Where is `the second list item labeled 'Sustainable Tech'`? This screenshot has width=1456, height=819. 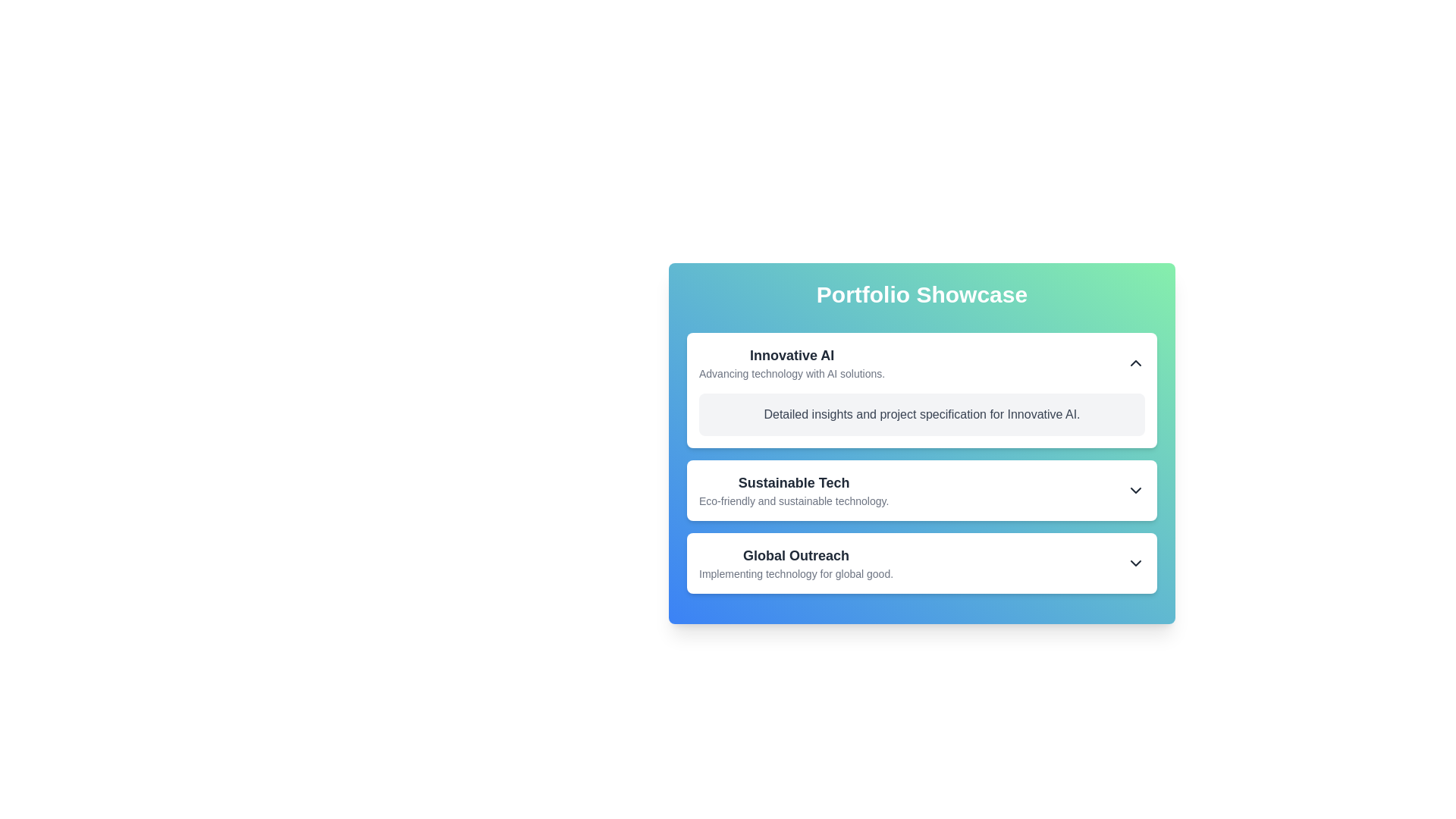
the second list item labeled 'Sustainable Tech' is located at coordinates (921, 491).